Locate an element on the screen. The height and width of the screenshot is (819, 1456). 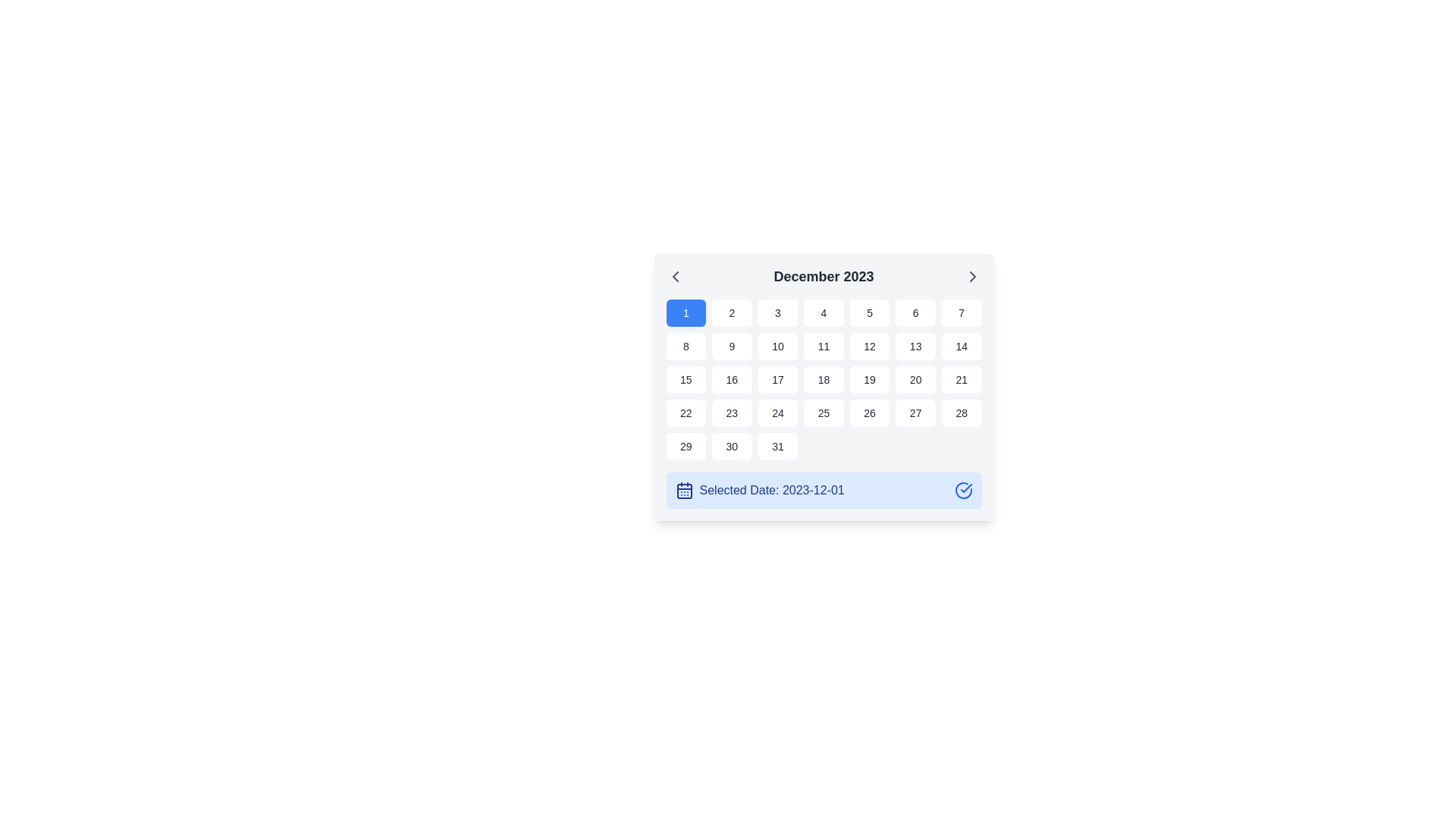
the text component displaying 'Selected Date: 2023-12-01' with a calendar icon on the left, located in a light blue background box at the bottom of the calendar interface is located at coordinates (760, 491).